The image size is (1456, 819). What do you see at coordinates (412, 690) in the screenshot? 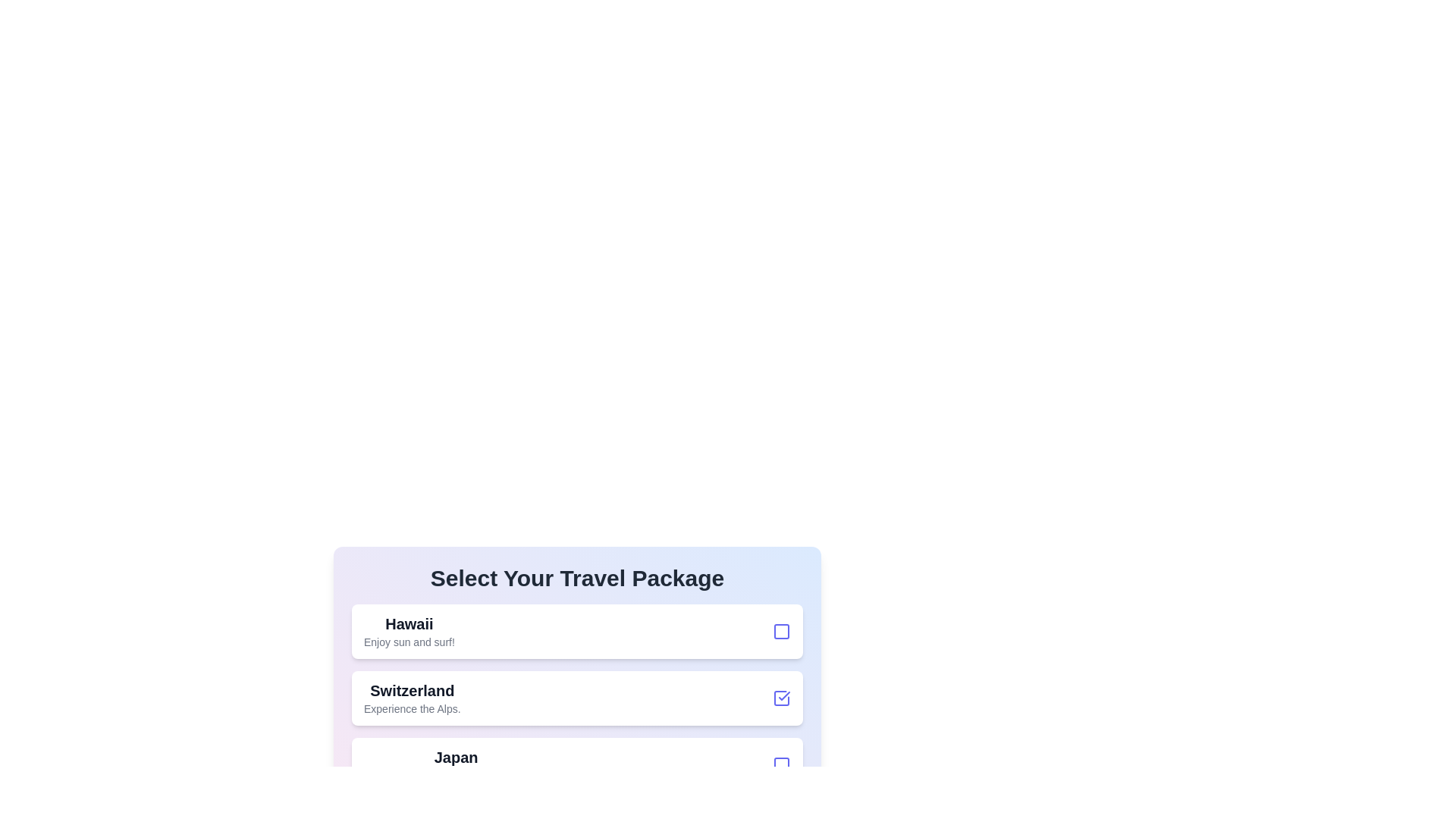
I see `the text of the travel package Switzerland to select it` at bounding box center [412, 690].